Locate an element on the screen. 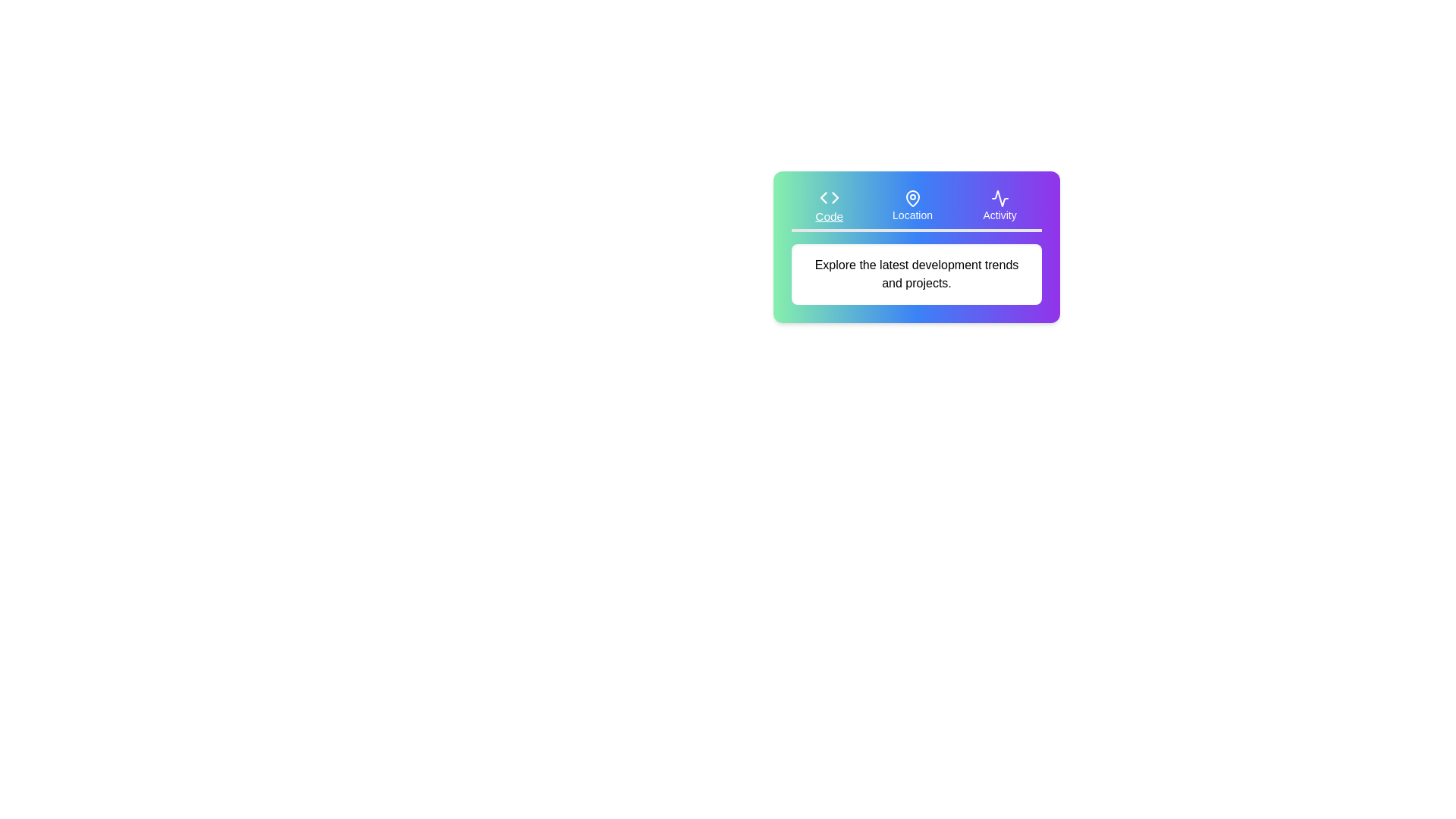  the tab button labeled Activity to observe its hover effect is located at coordinates (999, 206).